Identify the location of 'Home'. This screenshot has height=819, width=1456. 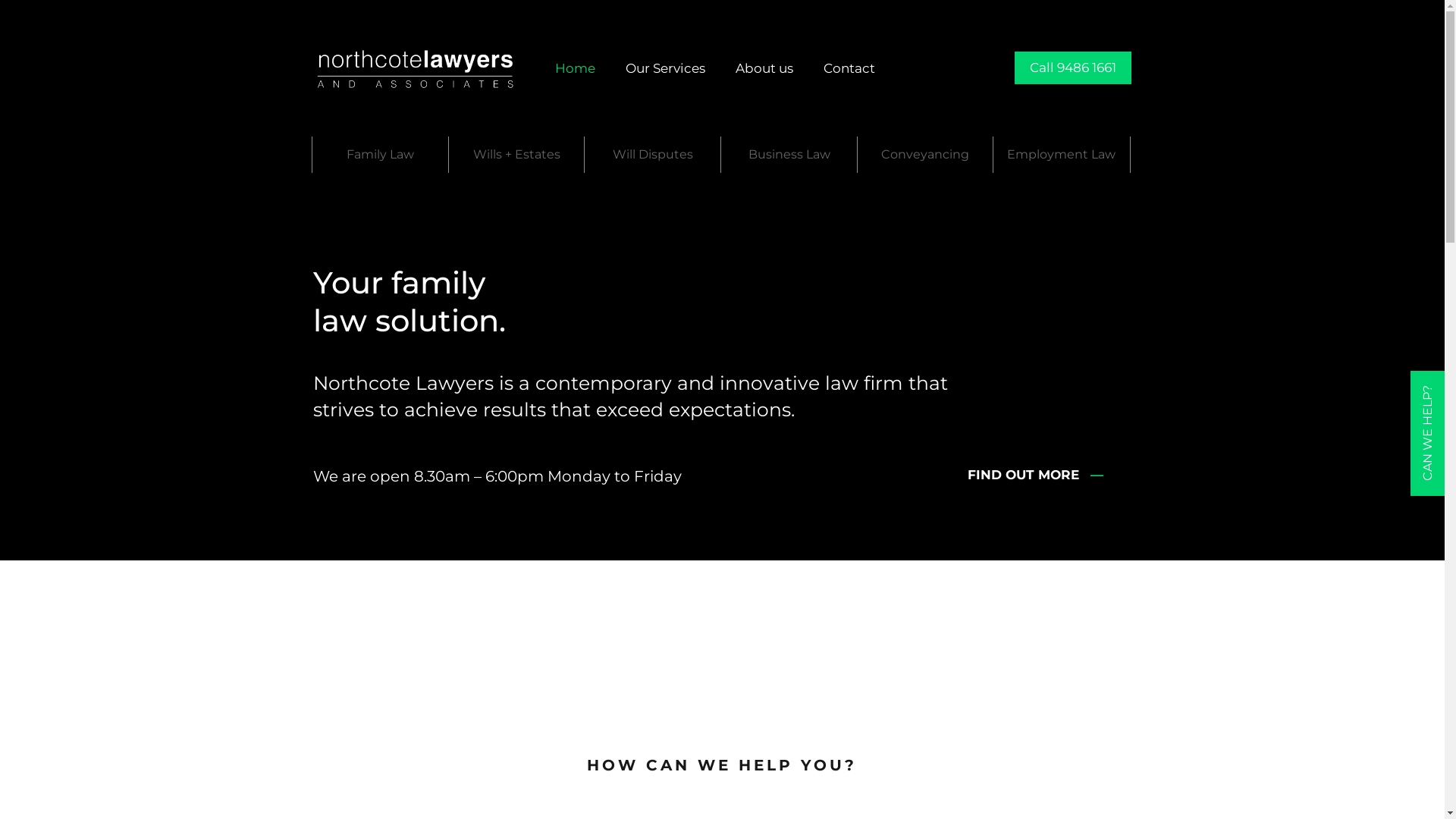
(574, 67).